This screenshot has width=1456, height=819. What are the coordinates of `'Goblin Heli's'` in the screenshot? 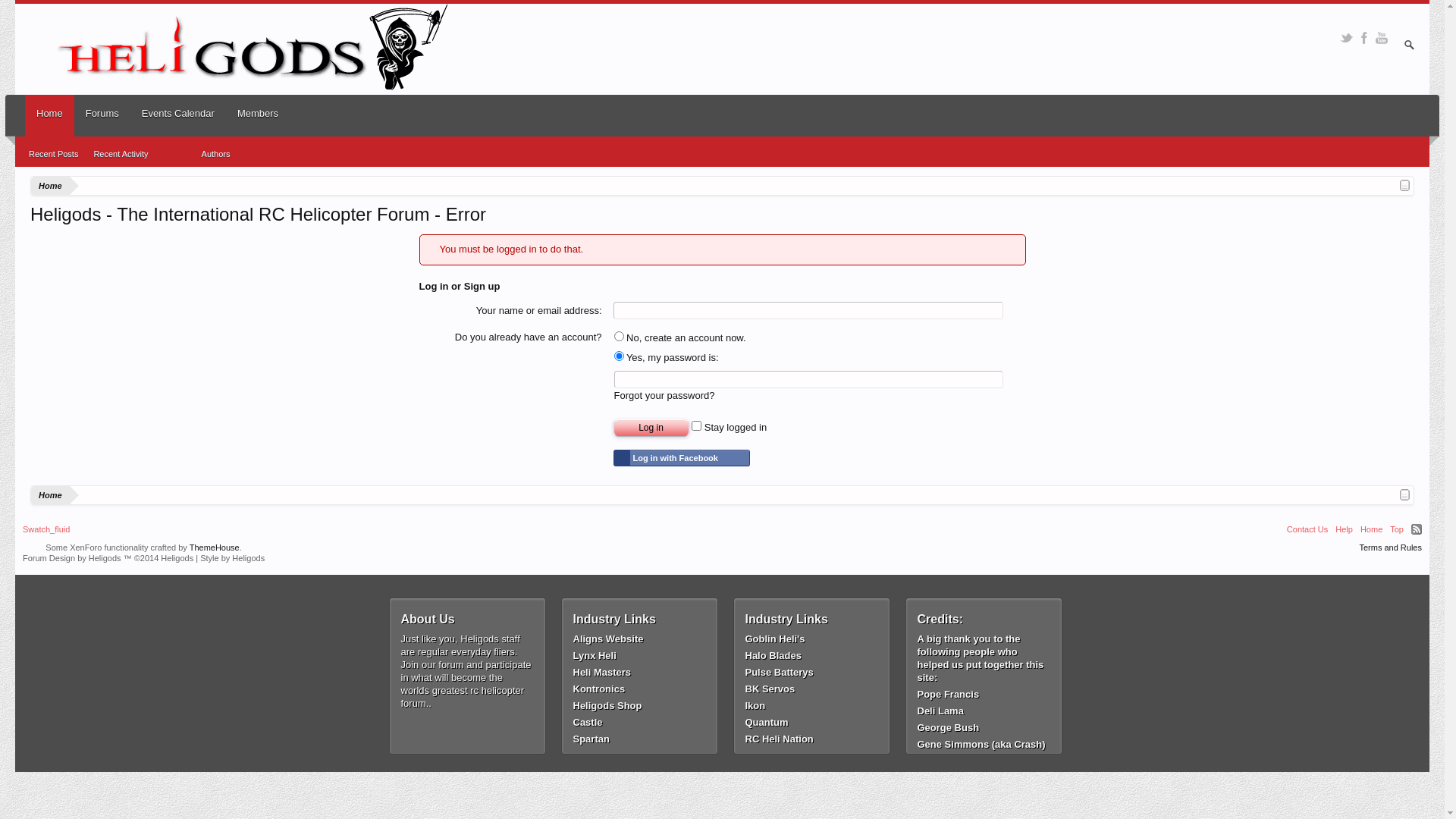 It's located at (810, 639).